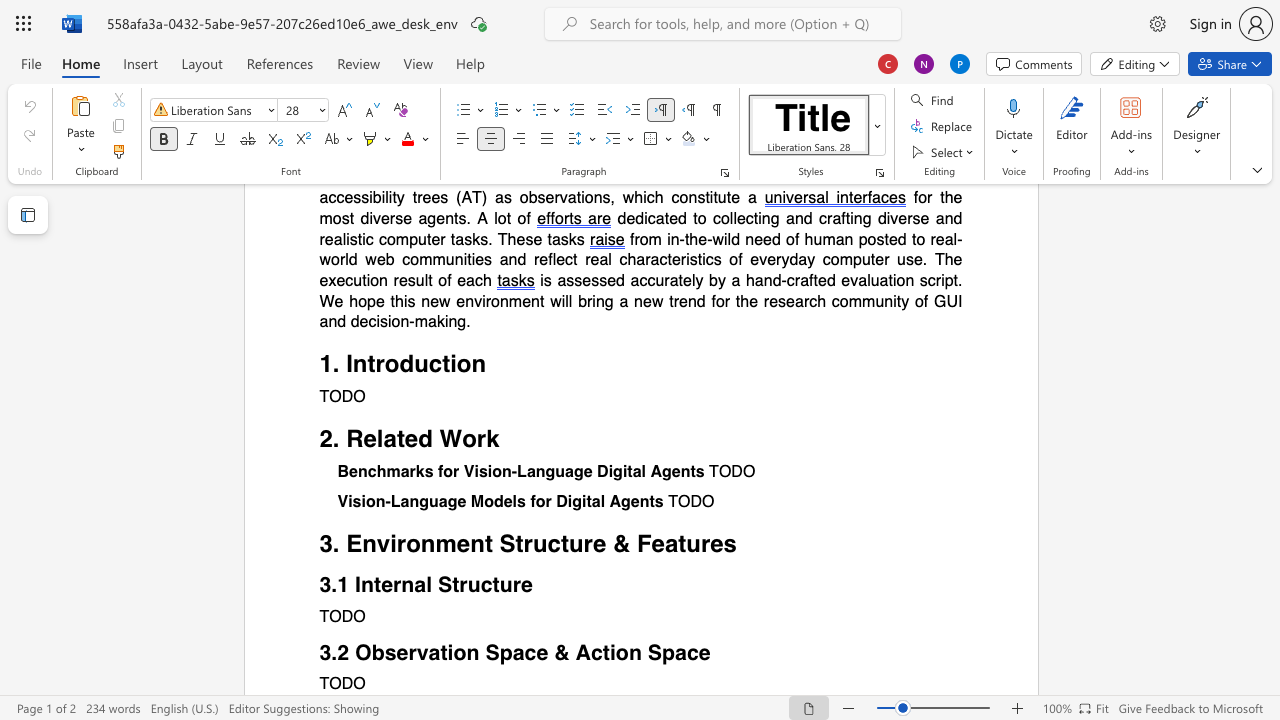  What do you see at coordinates (596, 472) in the screenshot?
I see `the subset text "Digital A" within the text "Benchmarks for Vision-Language Digital Agents"` at bounding box center [596, 472].